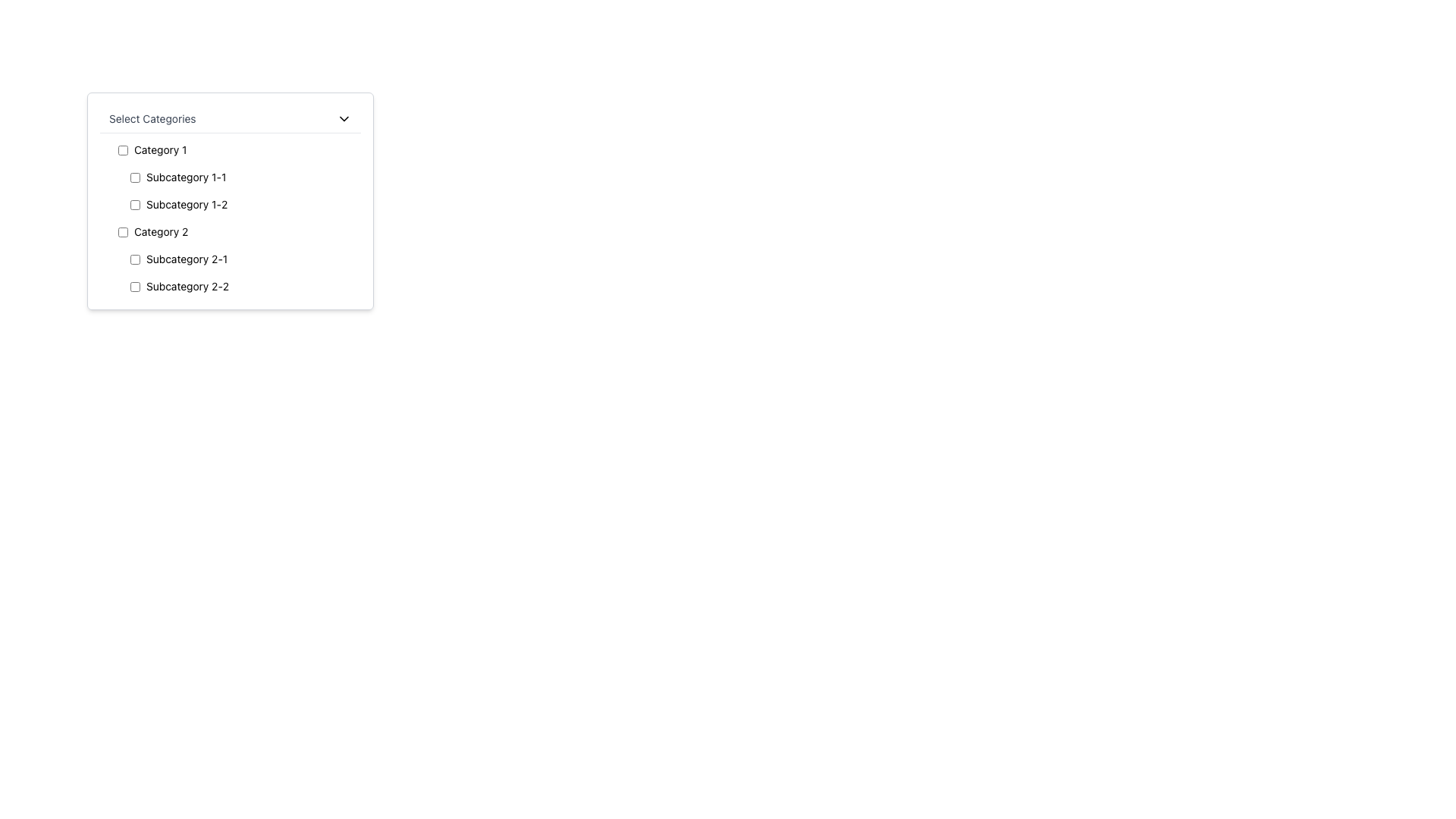 This screenshot has width=1456, height=819. I want to click on the checkbox labeled 'Subcategory 1-1' in the group of labeled checkboxes under the 'Select Categories' dropdown, so click(236, 190).